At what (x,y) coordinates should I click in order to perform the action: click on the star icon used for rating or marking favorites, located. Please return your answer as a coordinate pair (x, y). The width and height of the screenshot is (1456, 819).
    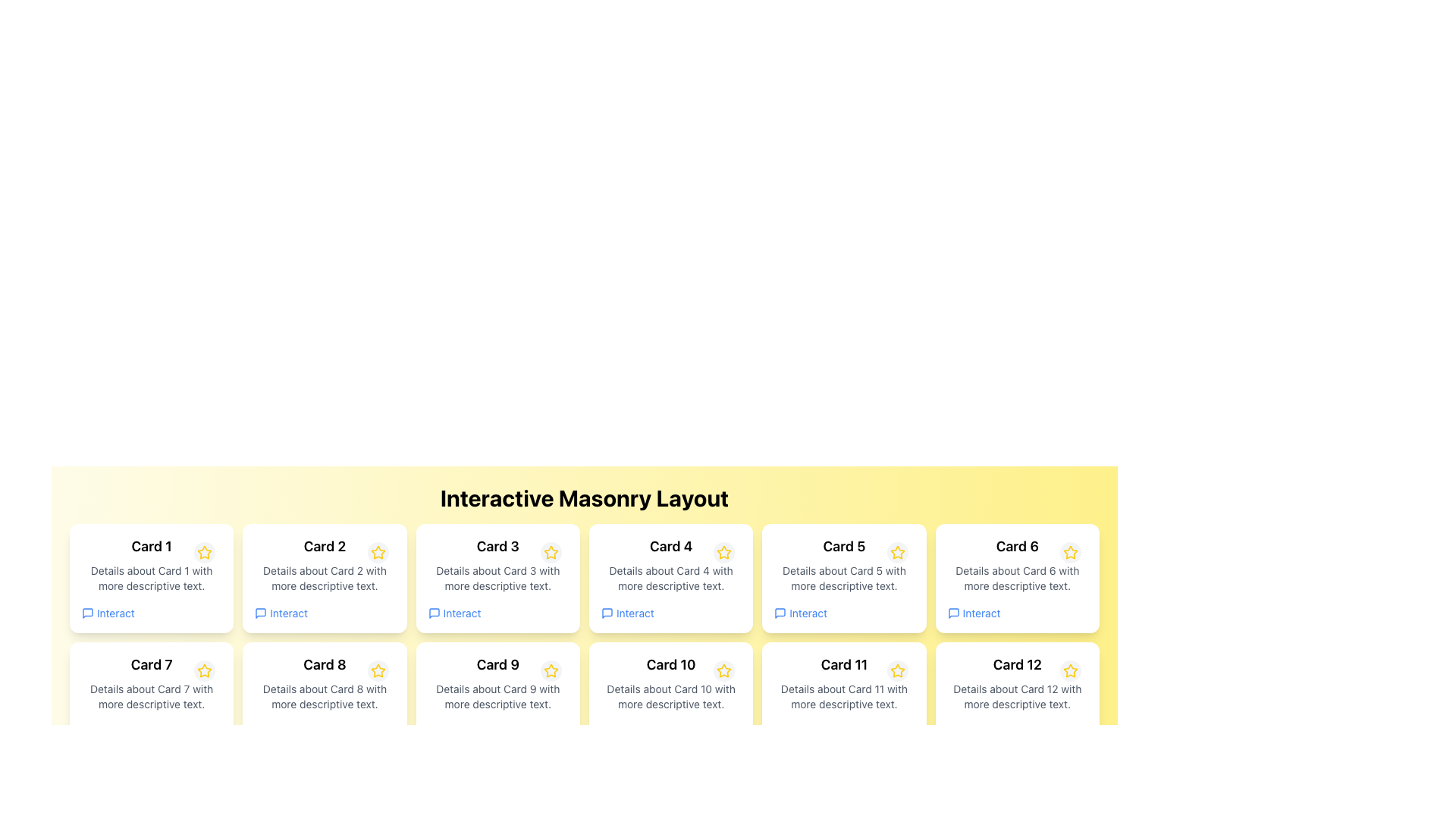
    Looking at the image, I should click on (204, 552).